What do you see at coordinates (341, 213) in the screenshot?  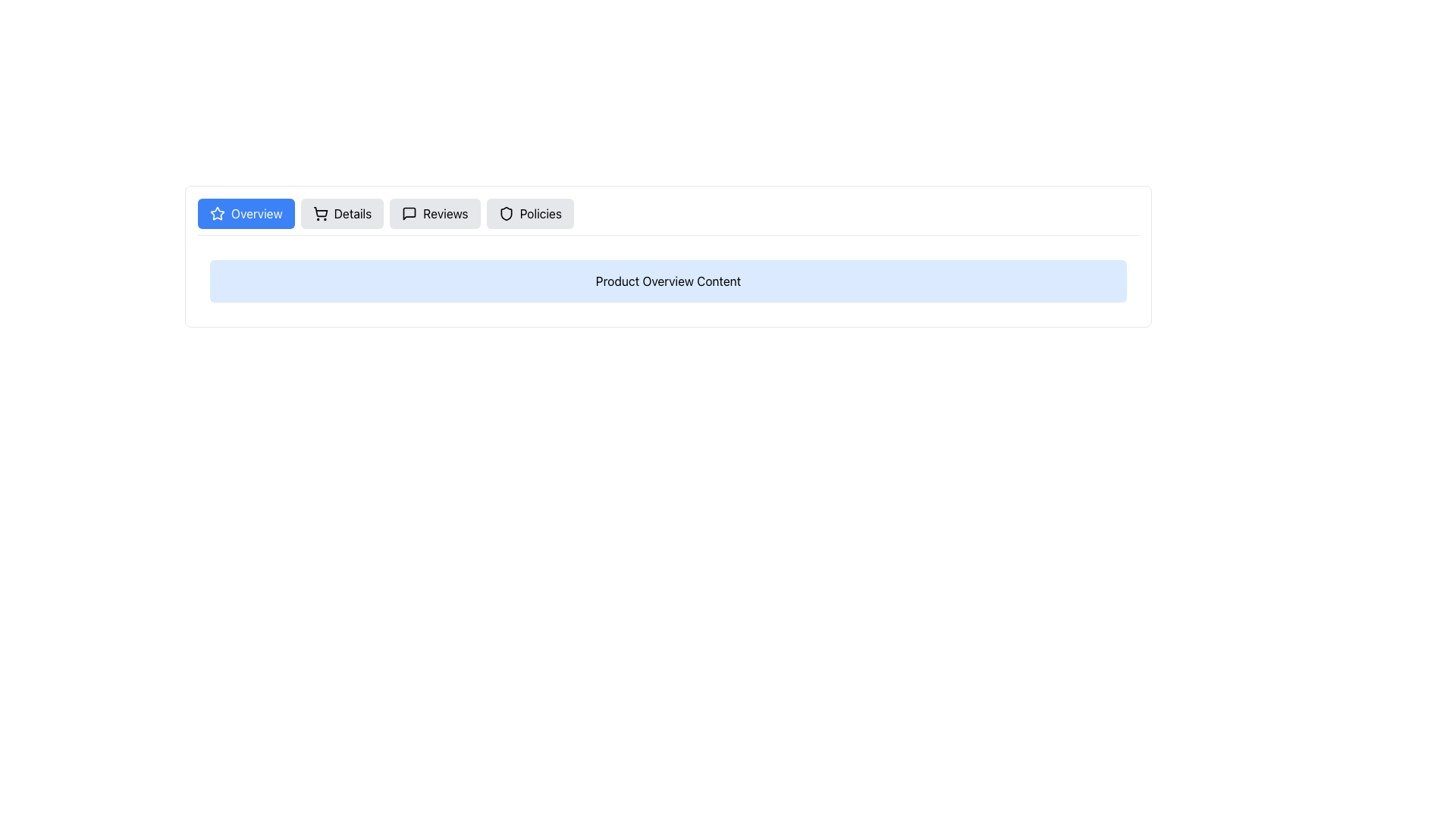 I see `the 'Details' button, which is the second button among four` at bounding box center [341, 213].